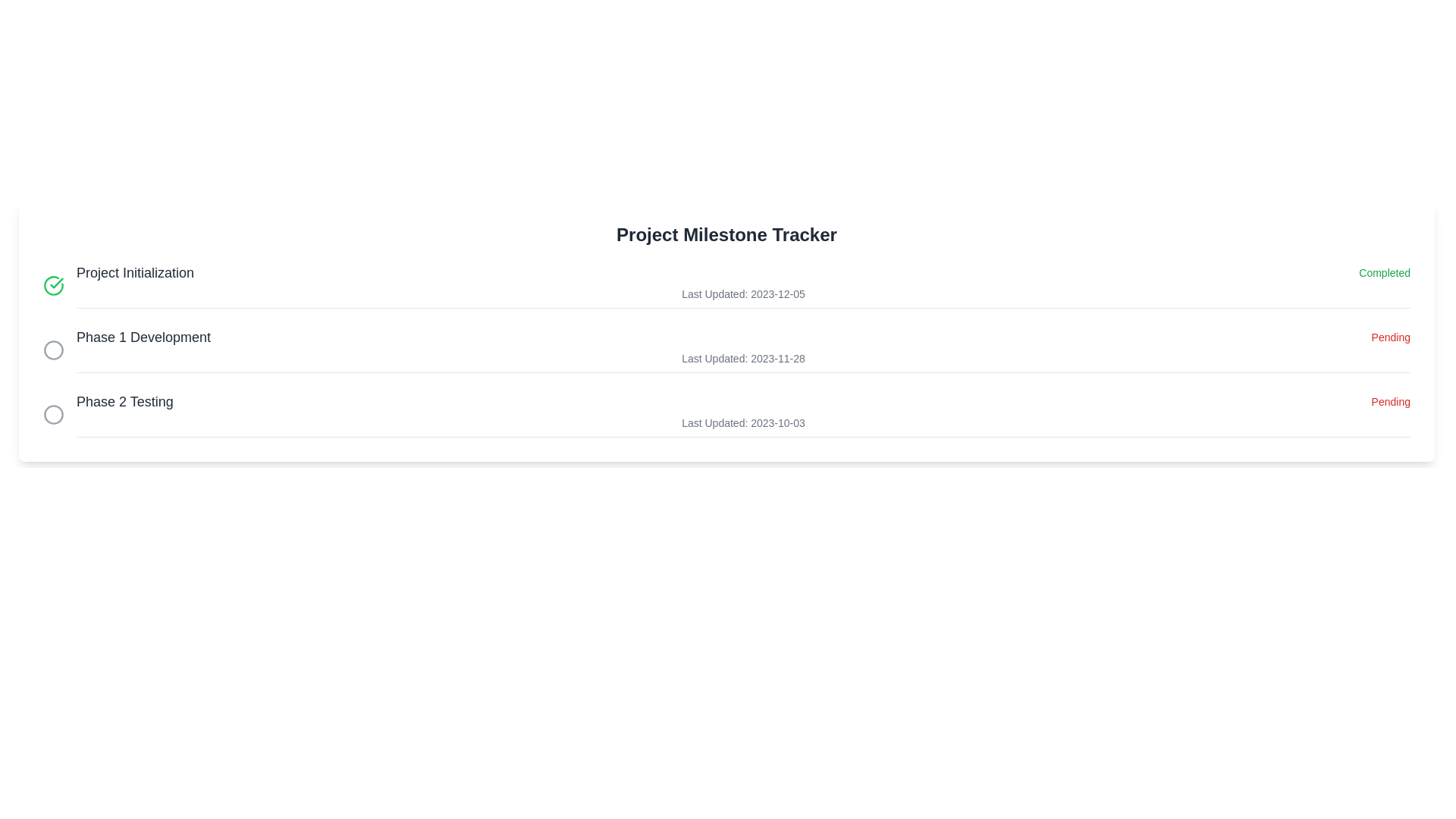 This screenshot has height=819, width=1456. Describe the element at coordinates (54, 350) in the screenshot. I see `the status icon indicating 'Phase 1 Development'` at that location.